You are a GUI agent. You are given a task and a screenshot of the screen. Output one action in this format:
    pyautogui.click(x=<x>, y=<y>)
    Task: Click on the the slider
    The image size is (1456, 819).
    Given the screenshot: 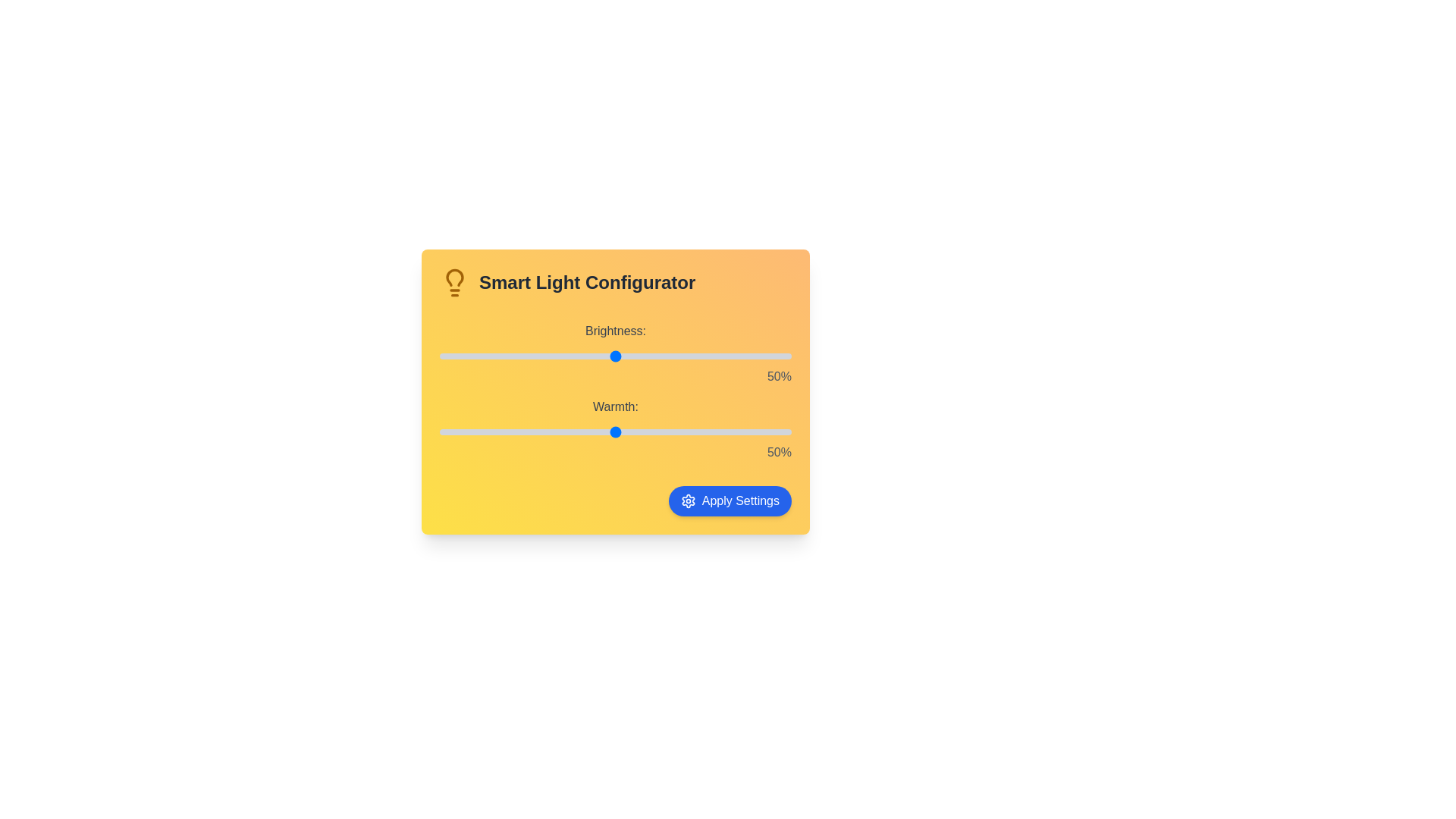 What is the action you would take?
    pyautogui.click(x=548, y=432)
    